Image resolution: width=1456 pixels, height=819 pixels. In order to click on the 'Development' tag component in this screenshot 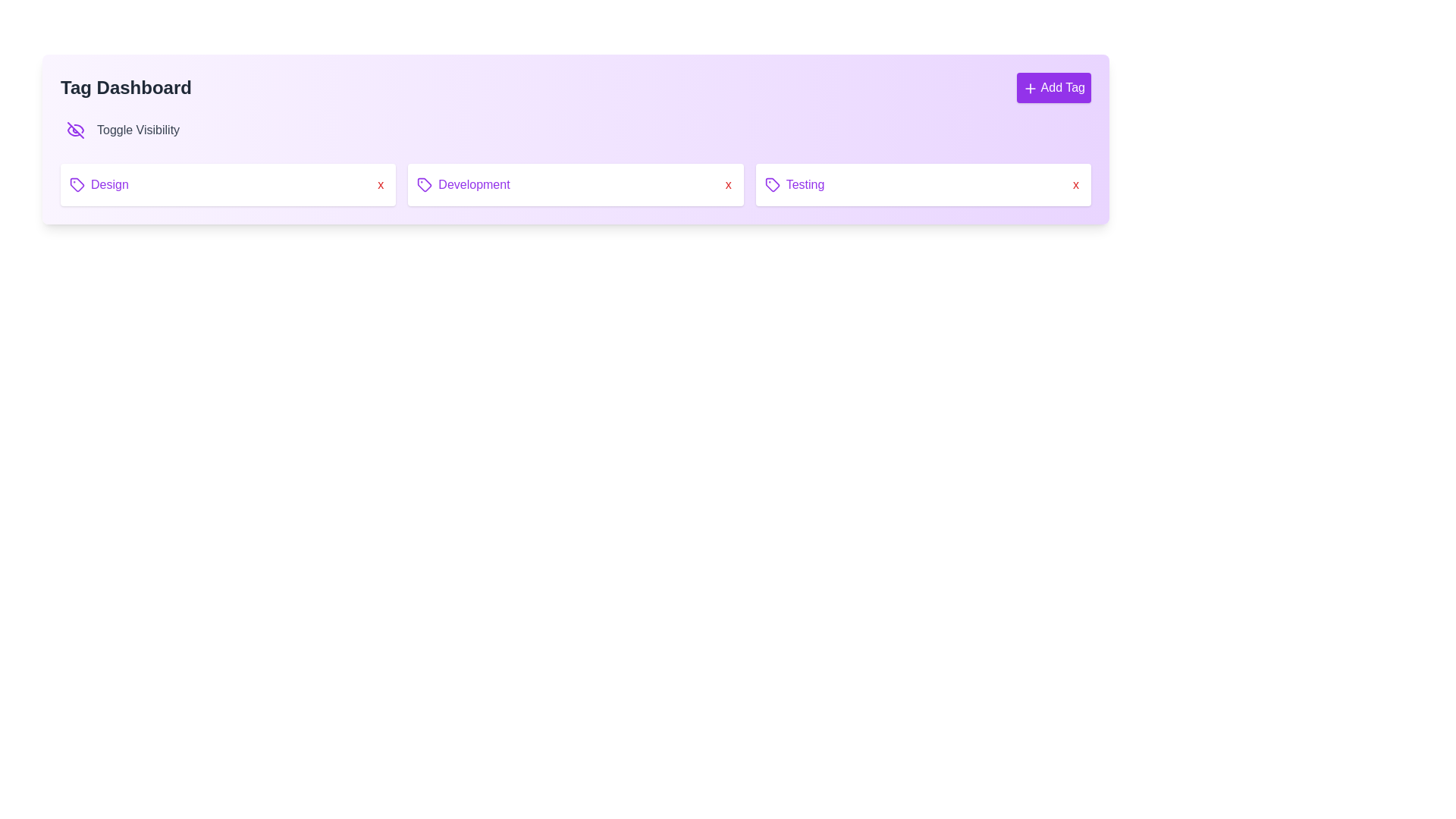, I will do `click(575, 184)`.